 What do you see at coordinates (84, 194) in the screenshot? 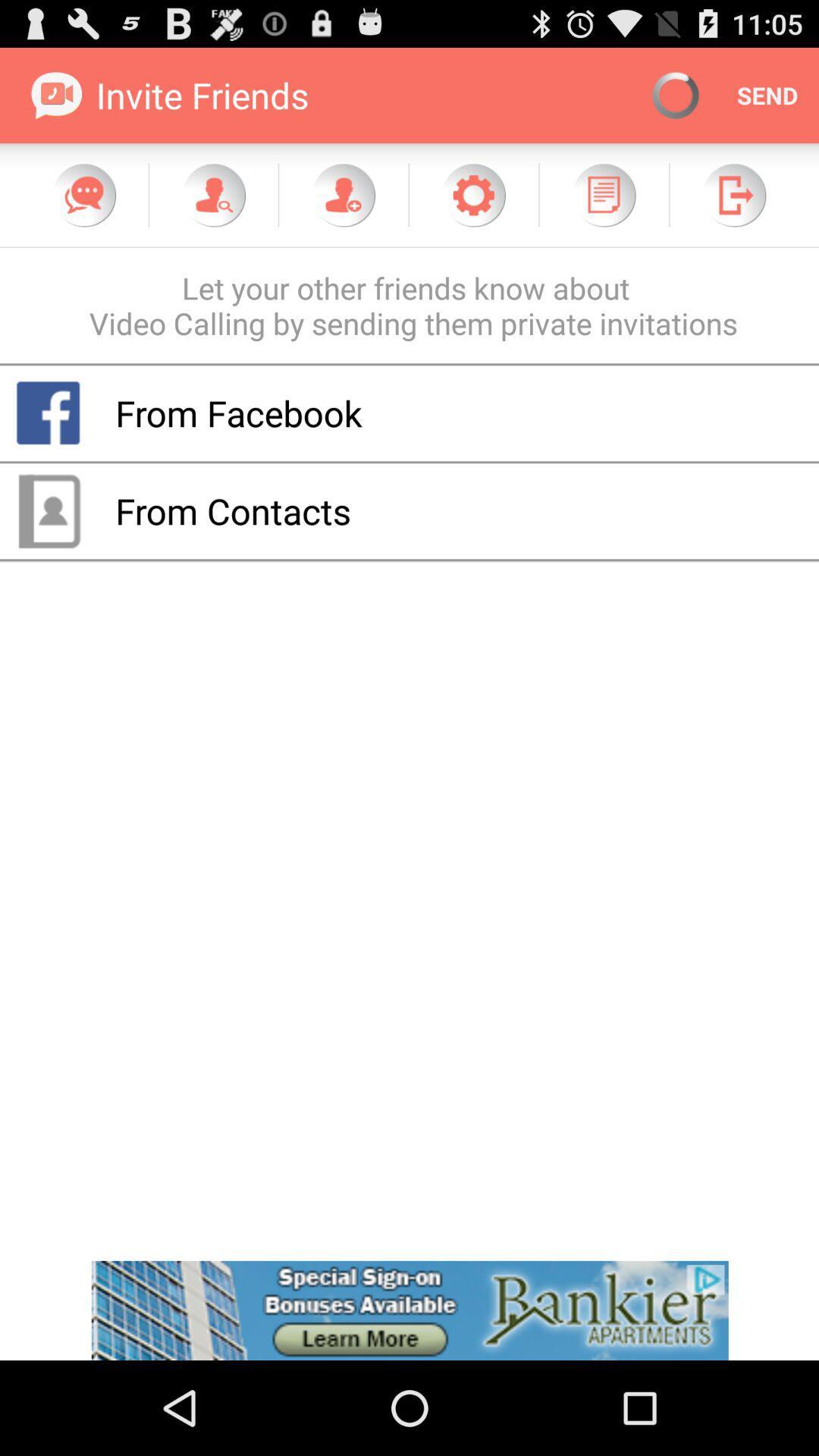
I see `the messages` at bounding box center [84, 194].